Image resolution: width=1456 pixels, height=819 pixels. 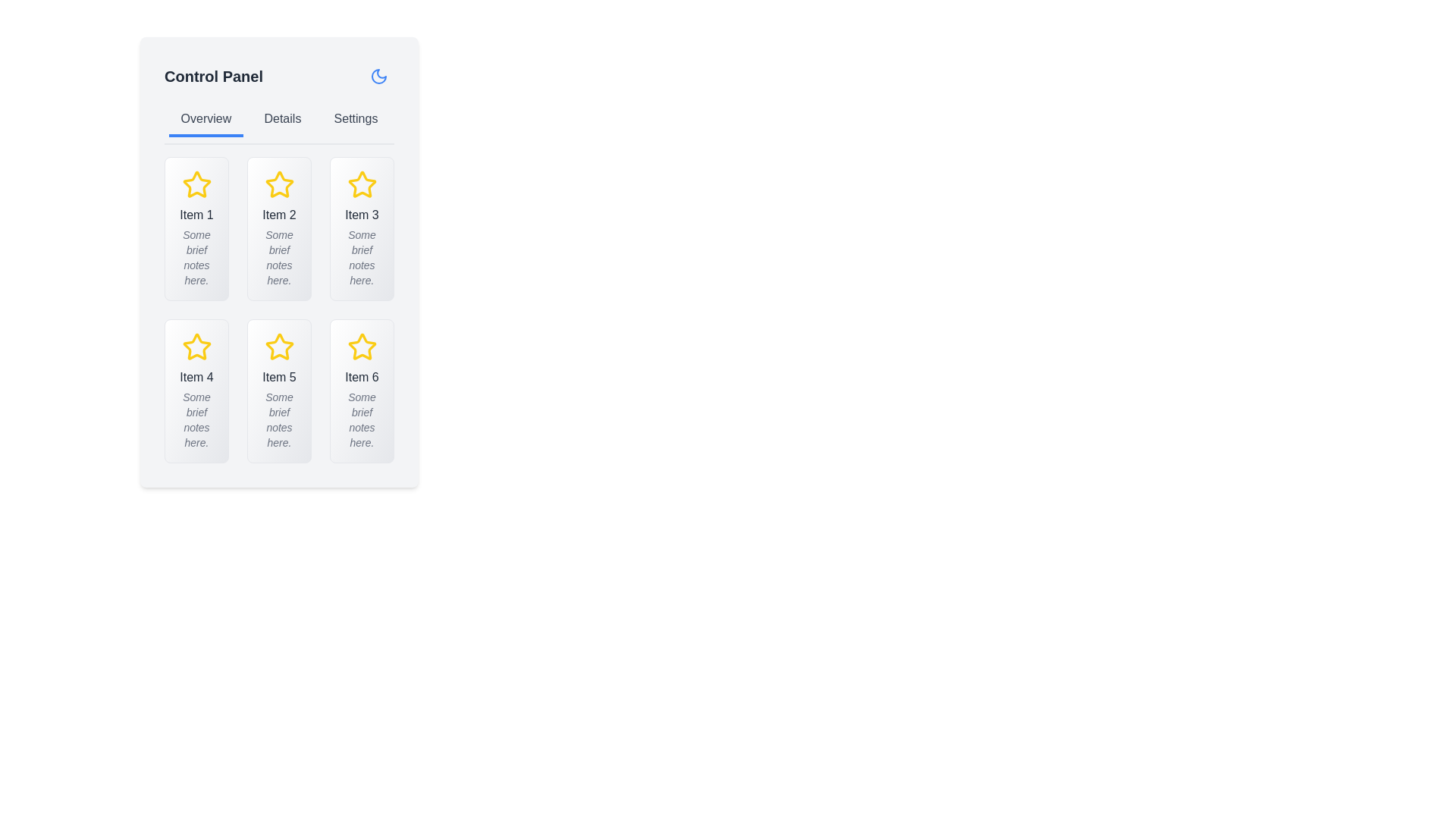 What do you see at coordinates (279, 420) in the screenshot?
I see `text element styled with a small, italicized font and gray color that reads 'Some brief notes here.' located in the card labeled 'Item 5' under the 'Overview' tab` at bounding box center [279, 420].